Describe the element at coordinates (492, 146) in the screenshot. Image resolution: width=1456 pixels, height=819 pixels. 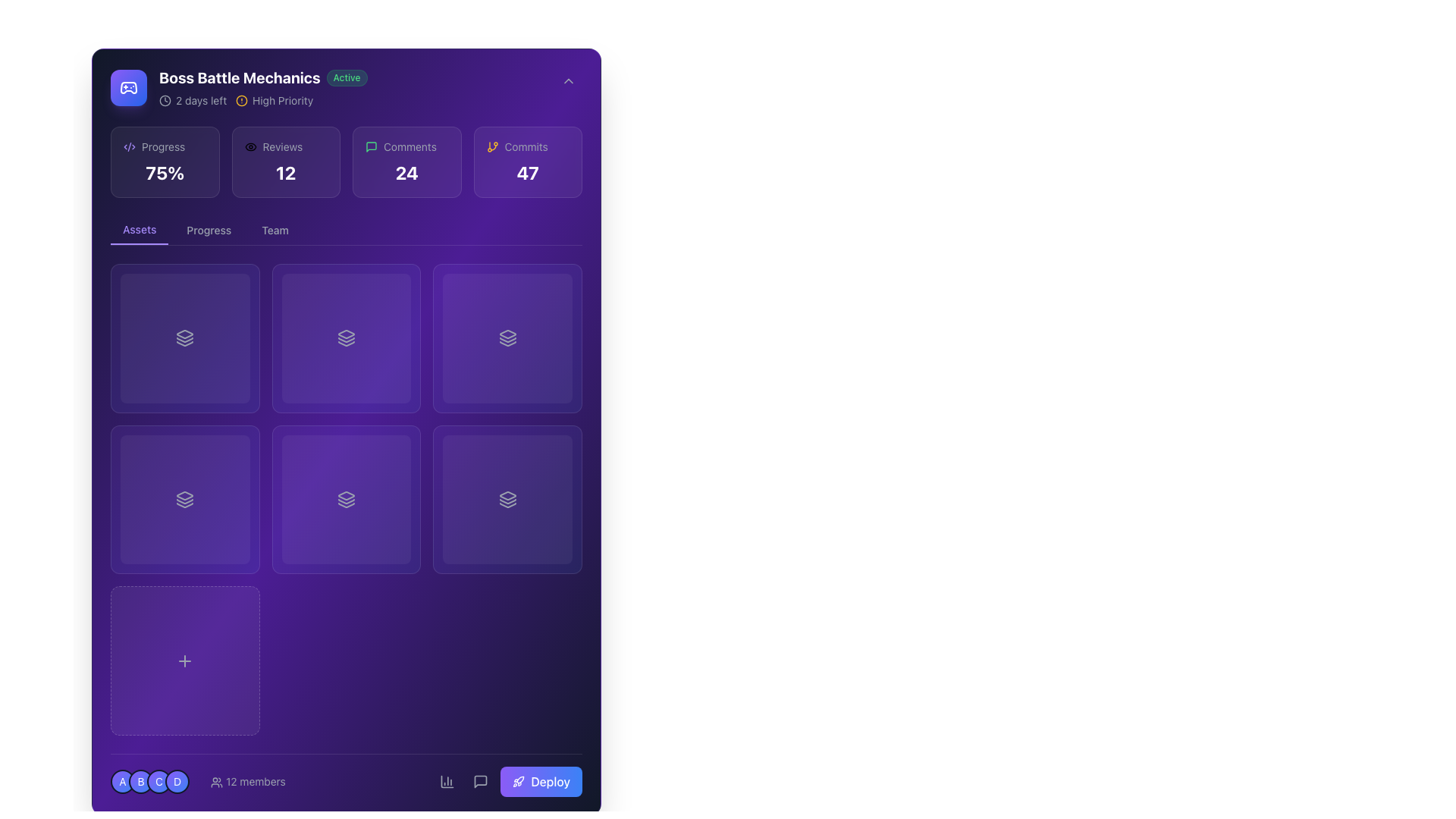
I see `the unique orange icon representing branching in version control, located before the 'Commits' label in the upper section of the application interface` at that location.